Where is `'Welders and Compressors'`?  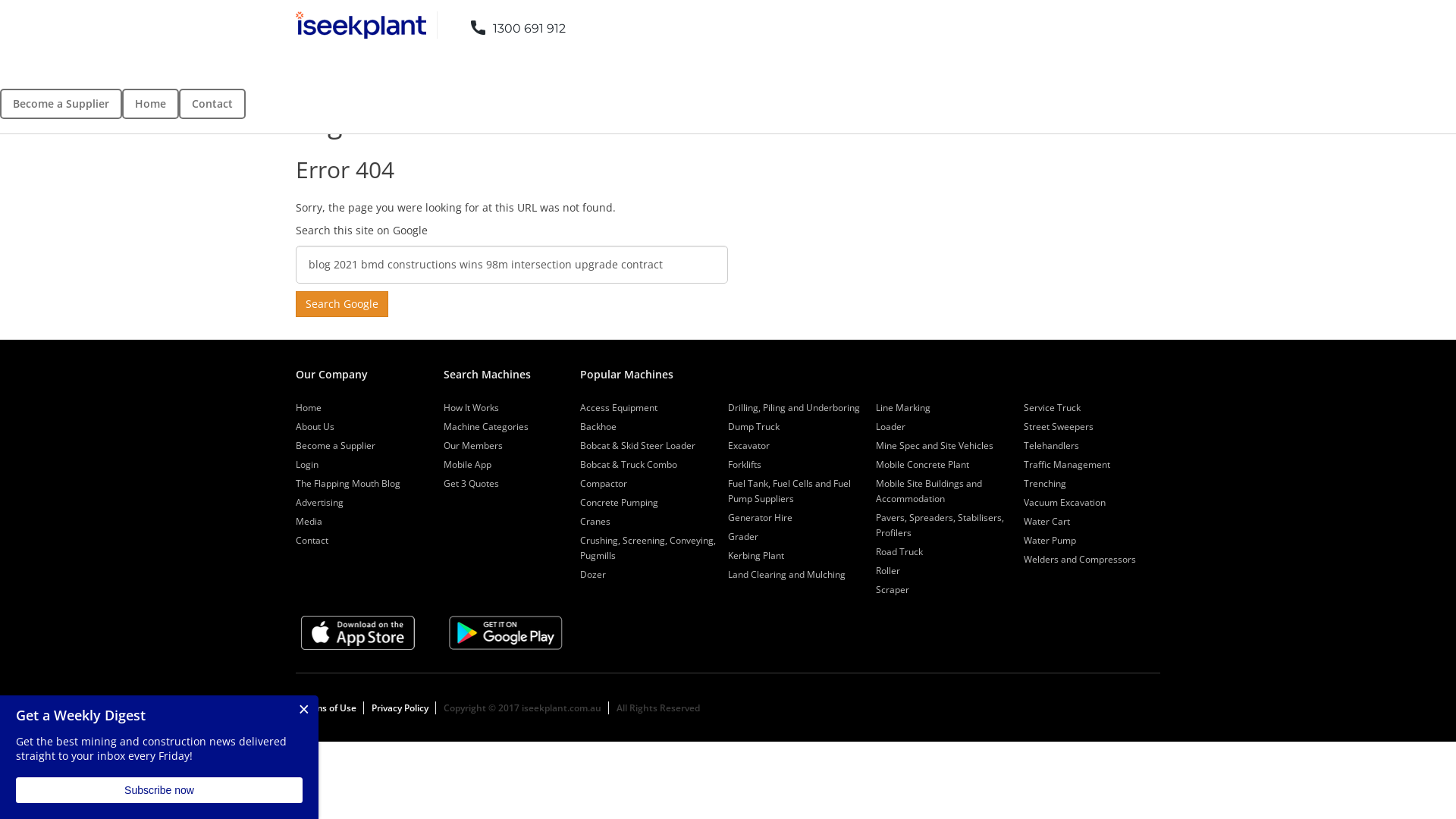 'Welders and Compressors' is located at coordinates (1079, 559).